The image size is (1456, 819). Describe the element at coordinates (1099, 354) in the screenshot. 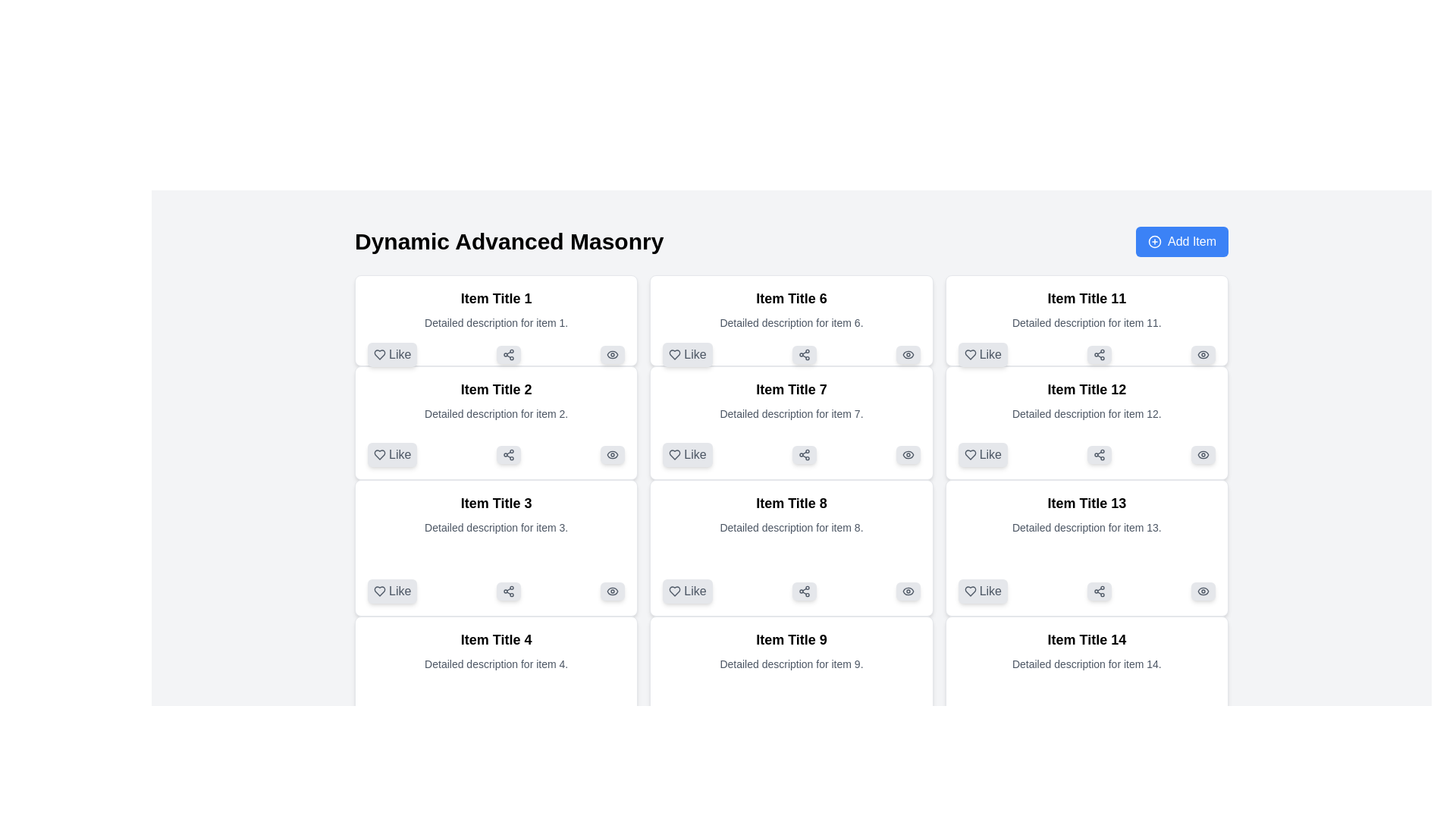

I see `the share icon button, which consists of three interconnected circles, located in the horizontal control toolbar beneath the card labeled 'Item Title 11'` at that location.